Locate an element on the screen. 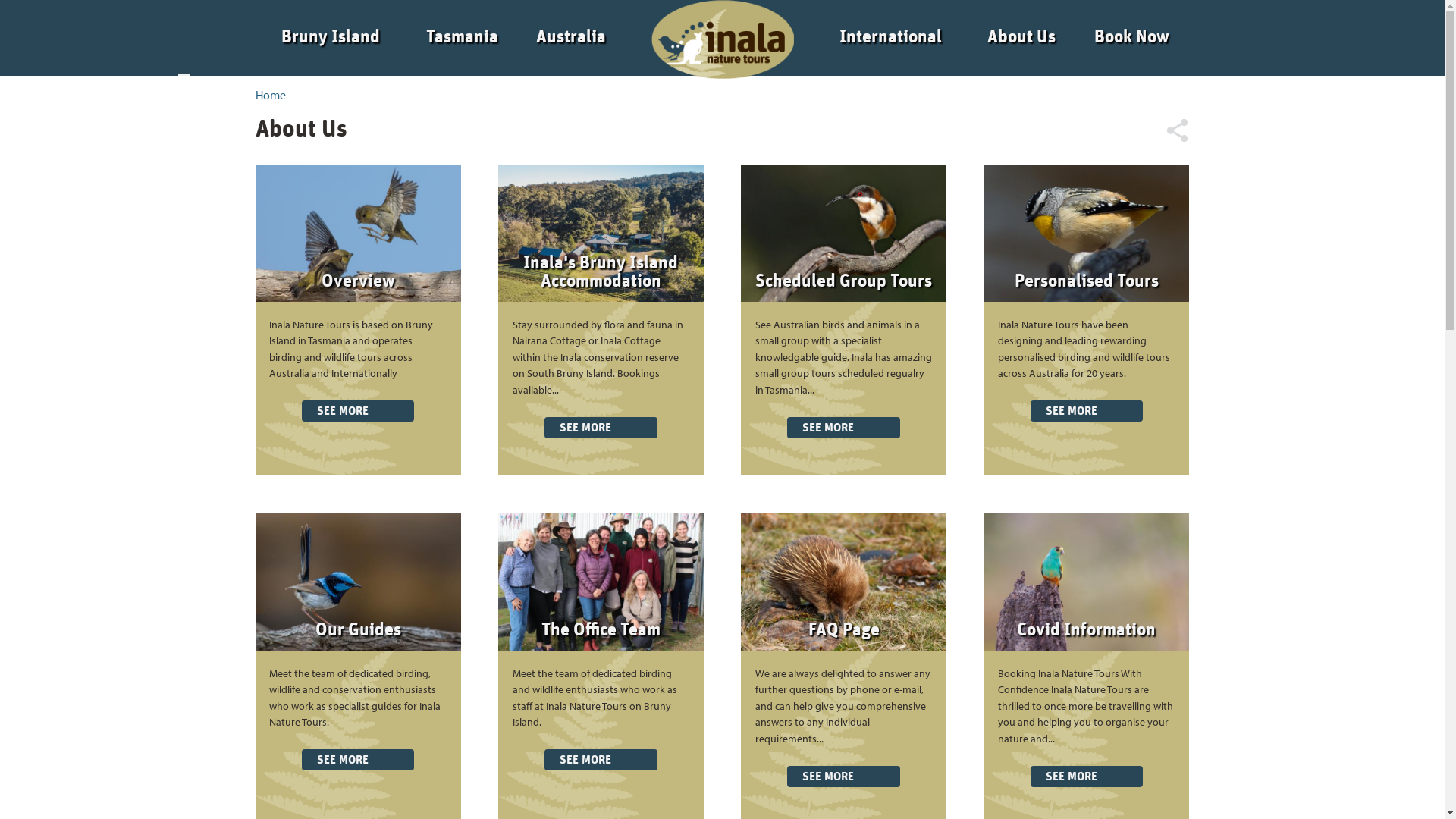  'International' is located at coordinates (890, 36).